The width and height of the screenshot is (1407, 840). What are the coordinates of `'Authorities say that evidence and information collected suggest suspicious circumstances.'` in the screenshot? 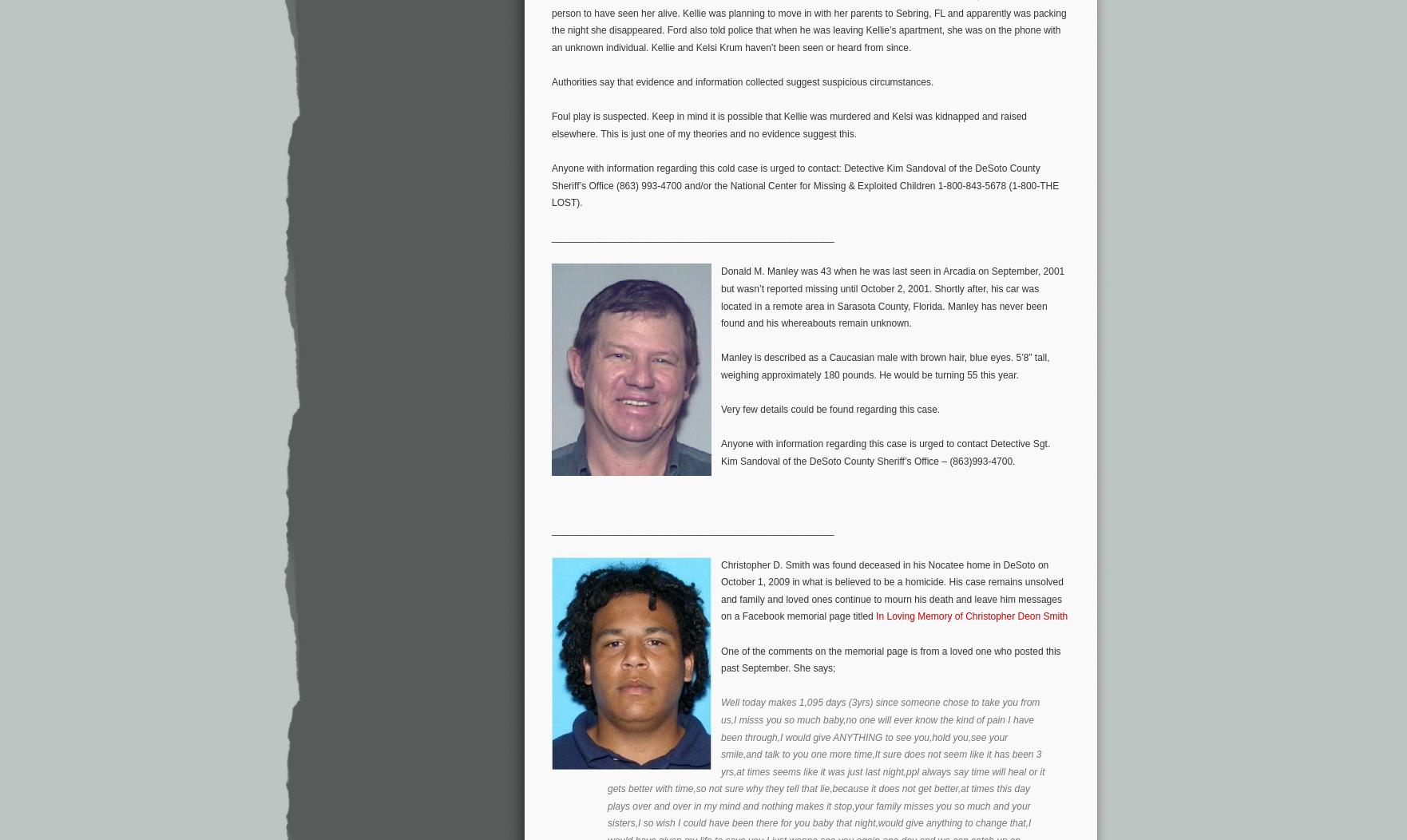 It's located at (551, 81).